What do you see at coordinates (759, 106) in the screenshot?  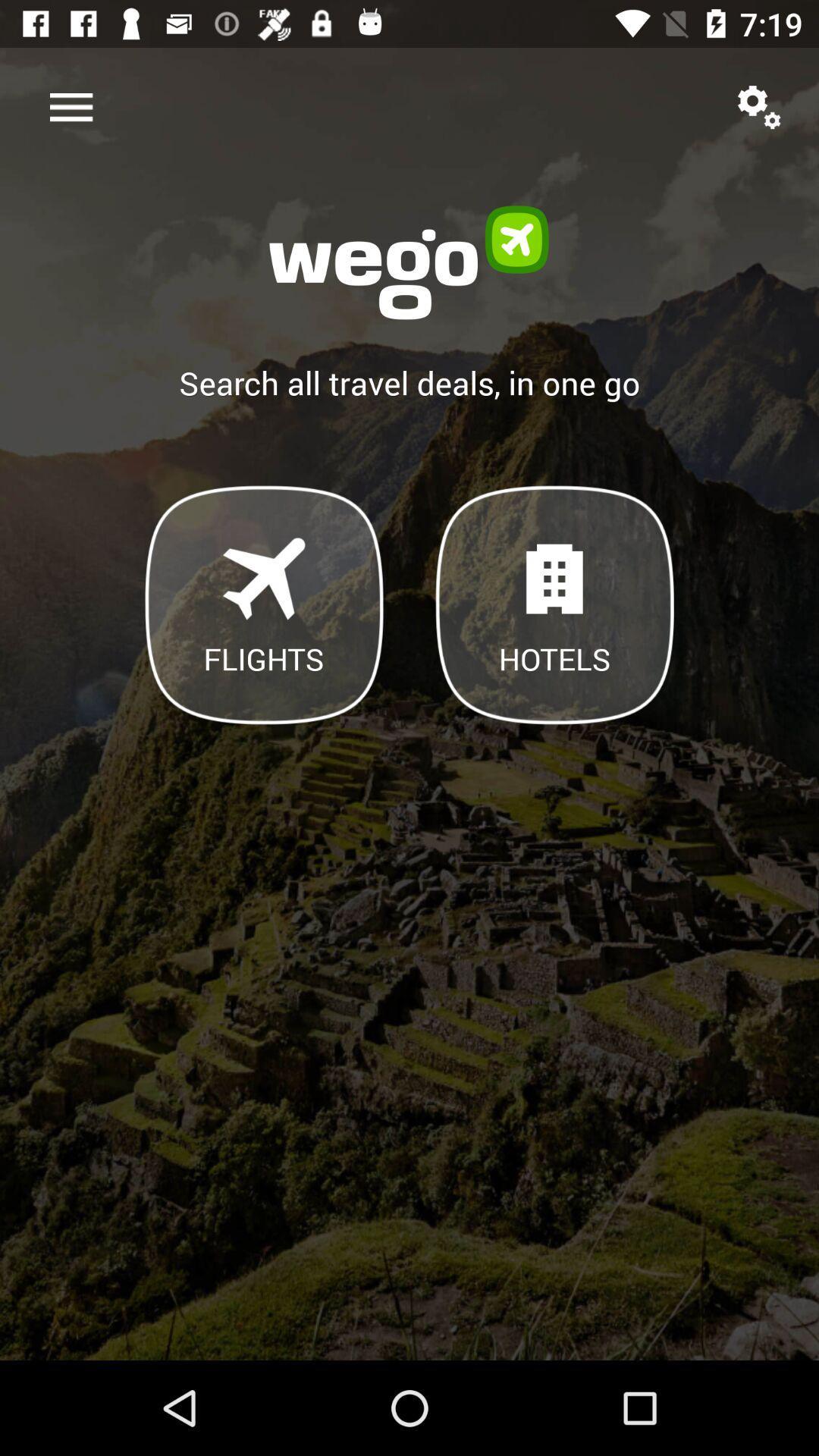 I see `the settings icon` at bounding box center [759, 106].